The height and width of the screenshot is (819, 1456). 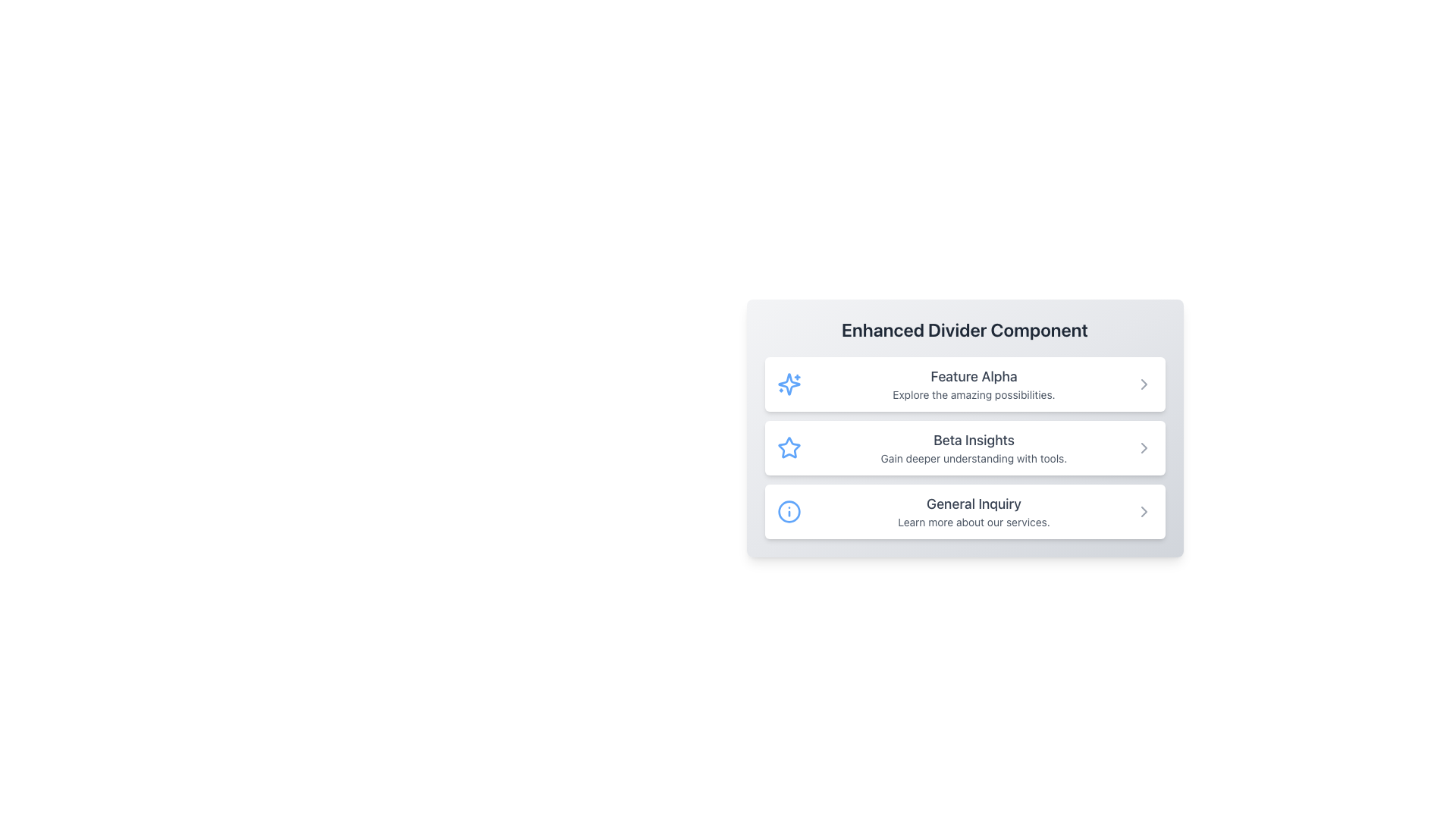 What do you see at coordinates (1144, 512) in the screenshot?
I see `the chevron icon button located in the last row of the card, to the far right of the 'General Inquiry' text` at bounding box center [1144, 512].